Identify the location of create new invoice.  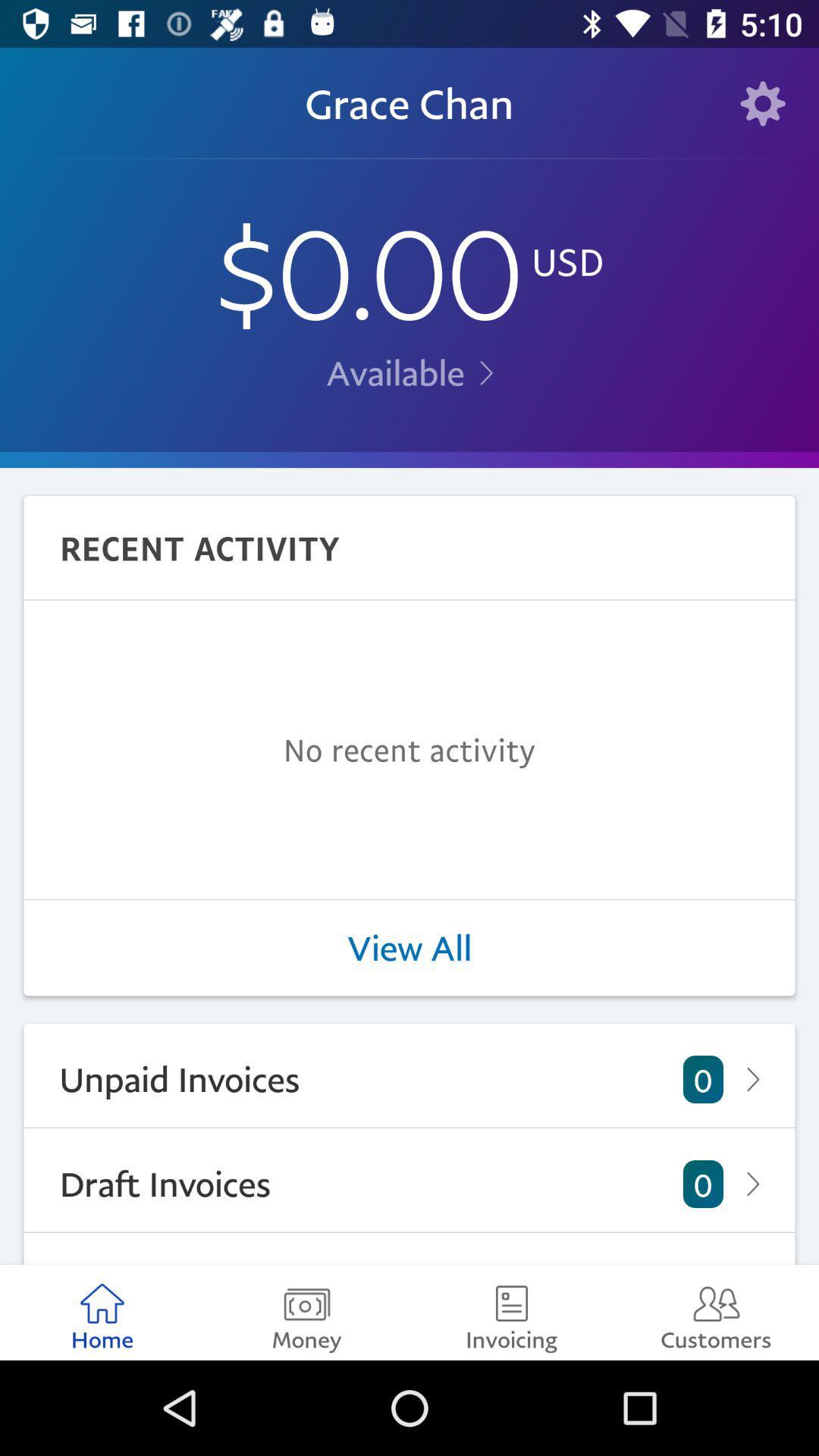
(409, 1248).